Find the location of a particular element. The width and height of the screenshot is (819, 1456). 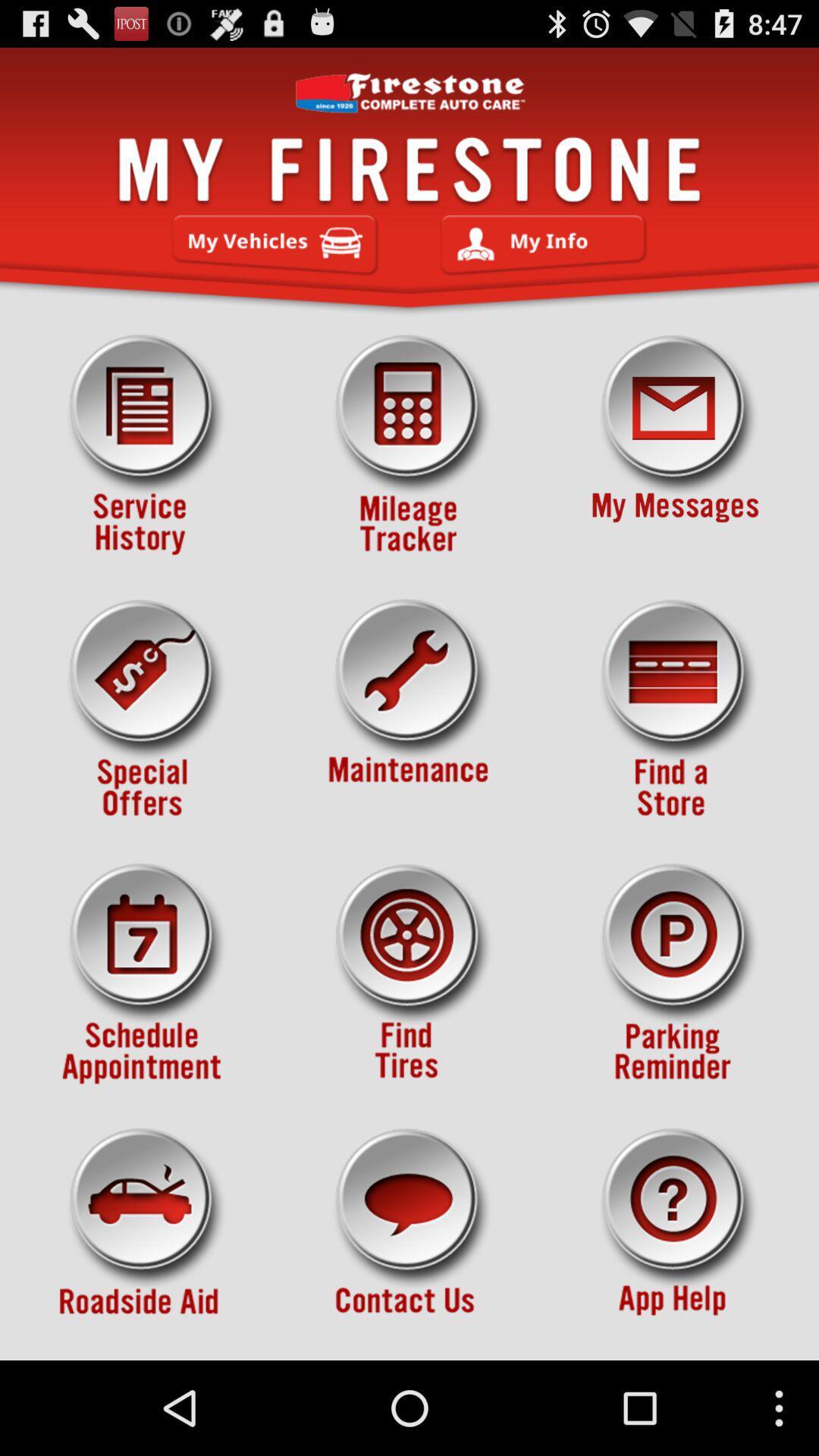

the app help bar is located at coordinates (675, 1238).